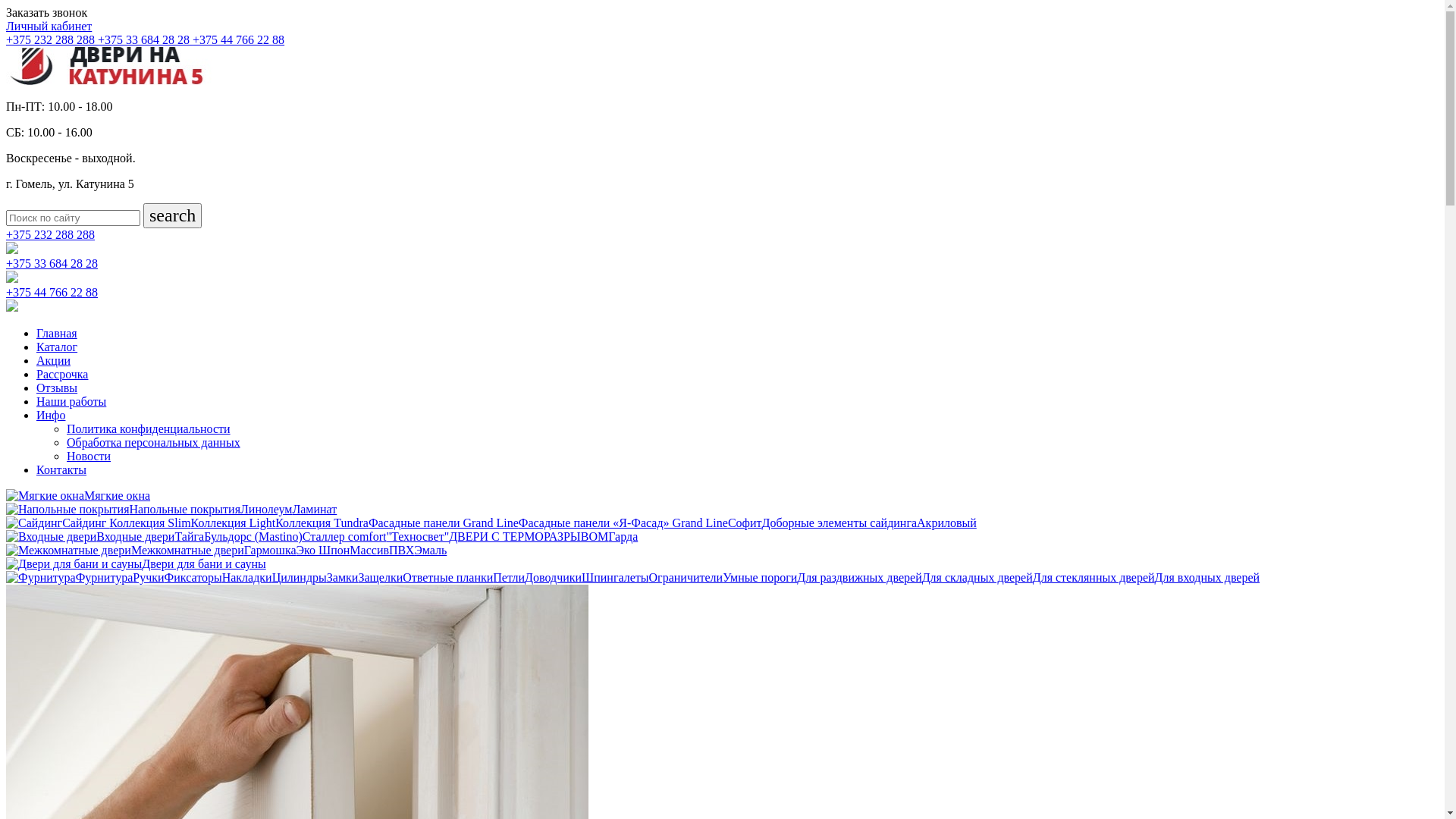 Image resolution: width=1456 pixels, height=819 pixels. Describe the element at coordinates (237, 39) in the screenshot. I see `'+375 44 766 22 88'` at that location.